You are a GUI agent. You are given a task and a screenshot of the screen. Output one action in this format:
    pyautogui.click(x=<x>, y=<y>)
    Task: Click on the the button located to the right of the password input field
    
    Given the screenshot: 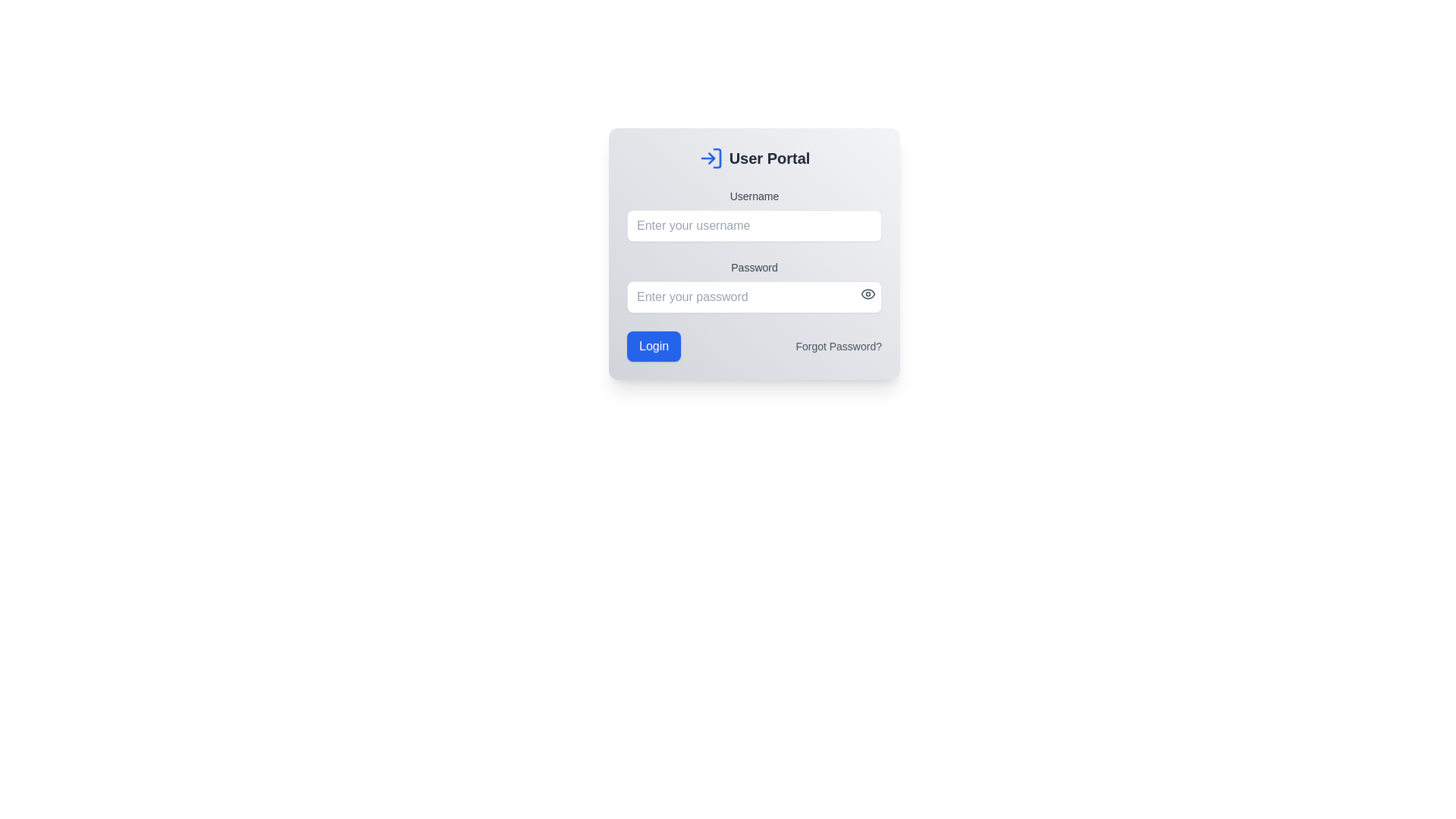 What is the action you would take?
    pyautogui.click(x=868, y=294)
    